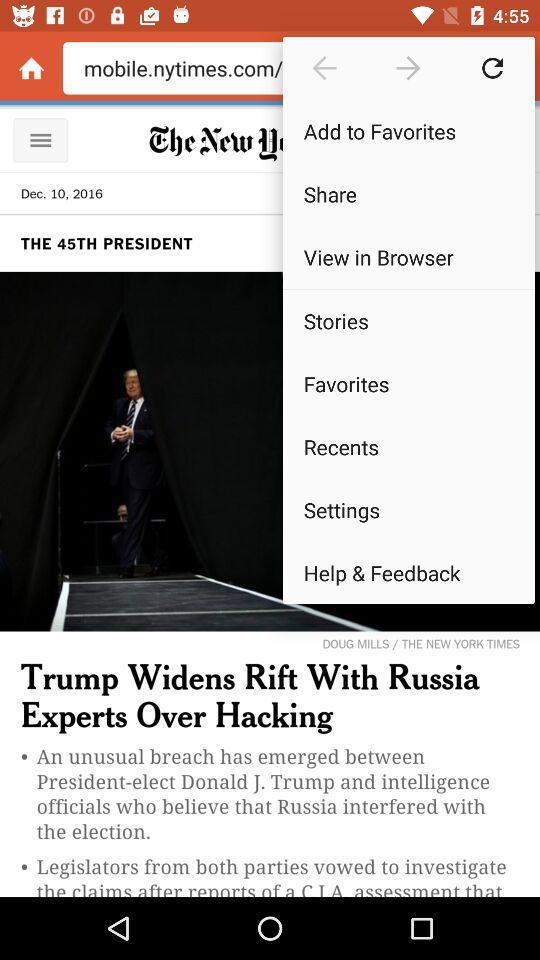 The image size is (540, 960). I want to click on go forward, so click(407, 68).